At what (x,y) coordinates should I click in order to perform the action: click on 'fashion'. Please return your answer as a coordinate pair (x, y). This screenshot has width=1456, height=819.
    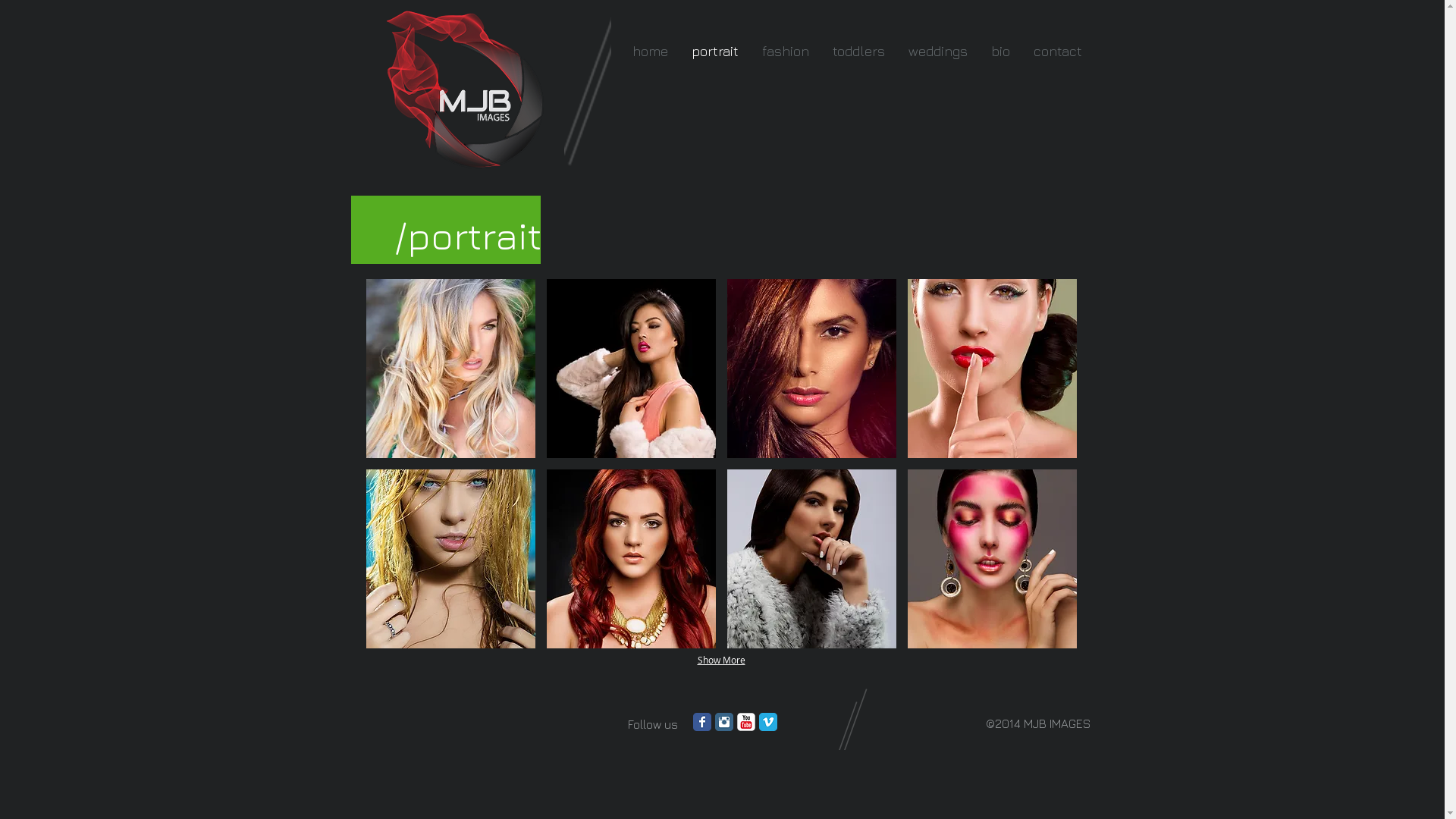
    Looking at the image, I should click on (784, 50).